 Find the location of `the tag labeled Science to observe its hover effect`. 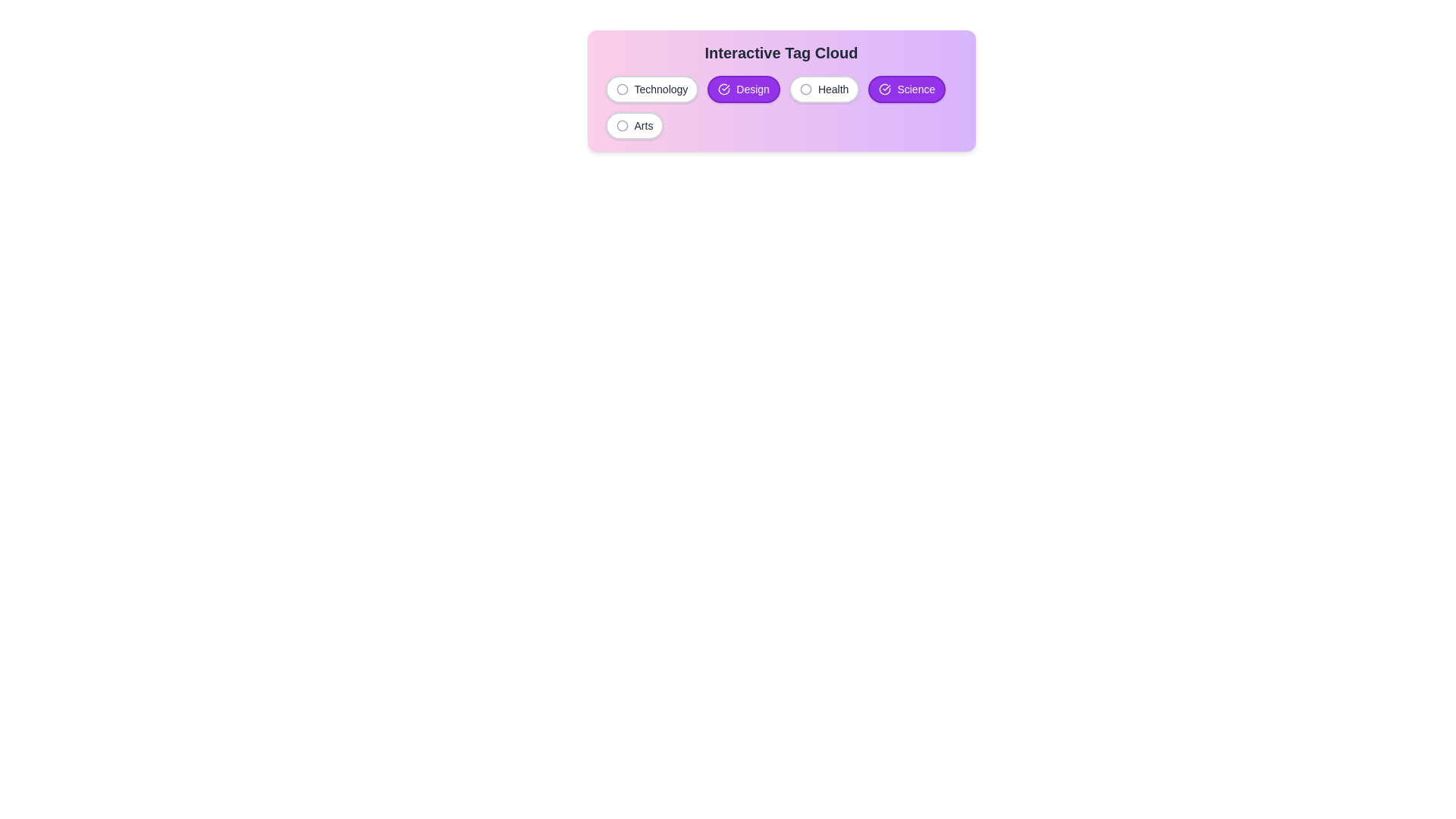

the tag labeled Science to observe its hover effect is located at coordinates (907, 89).